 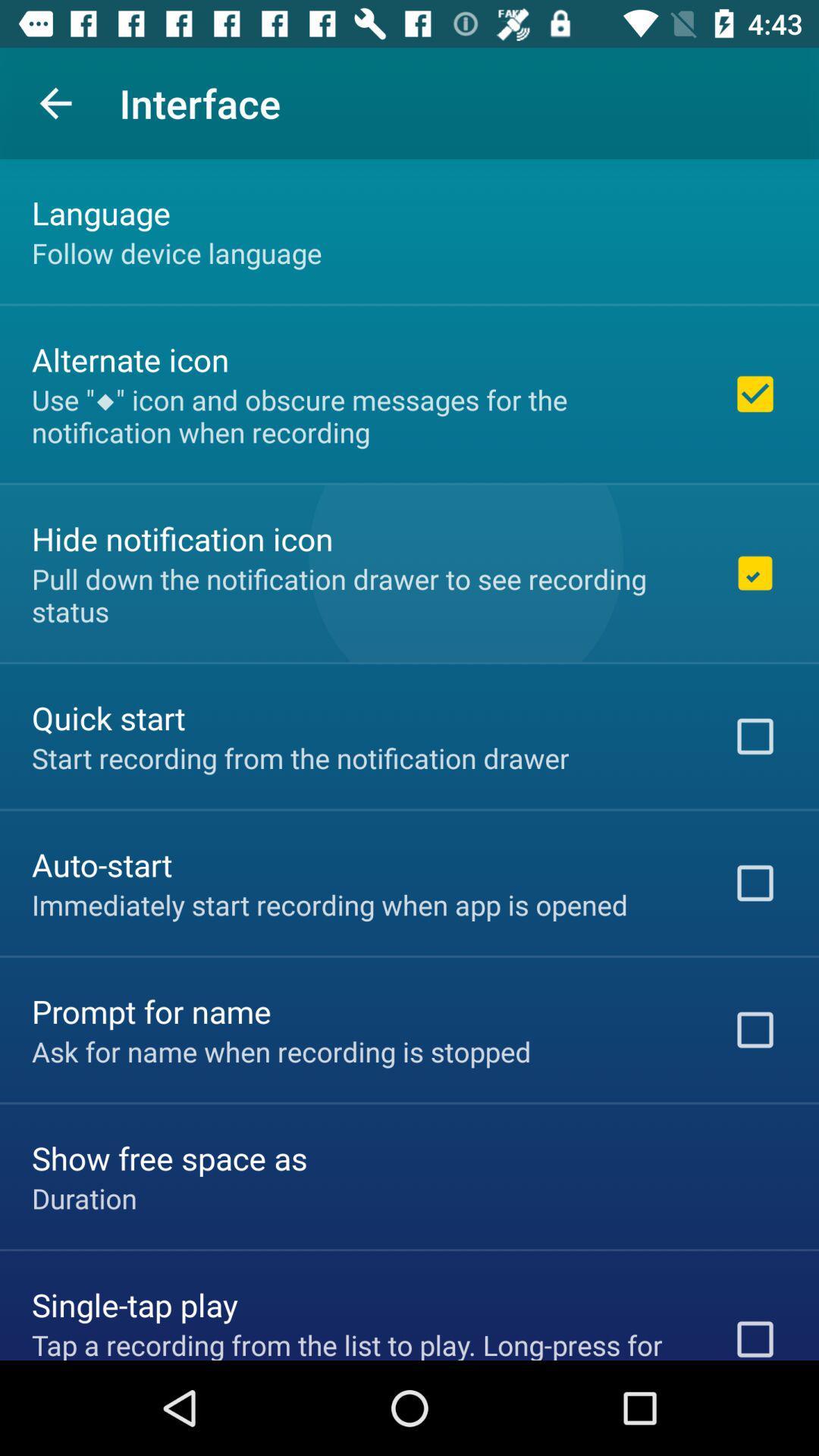 What do you see at coordinates (755, 1332) in the screenshot?
I see `the square button at bottom right corner of the page` at bounding box center [755, 1332].